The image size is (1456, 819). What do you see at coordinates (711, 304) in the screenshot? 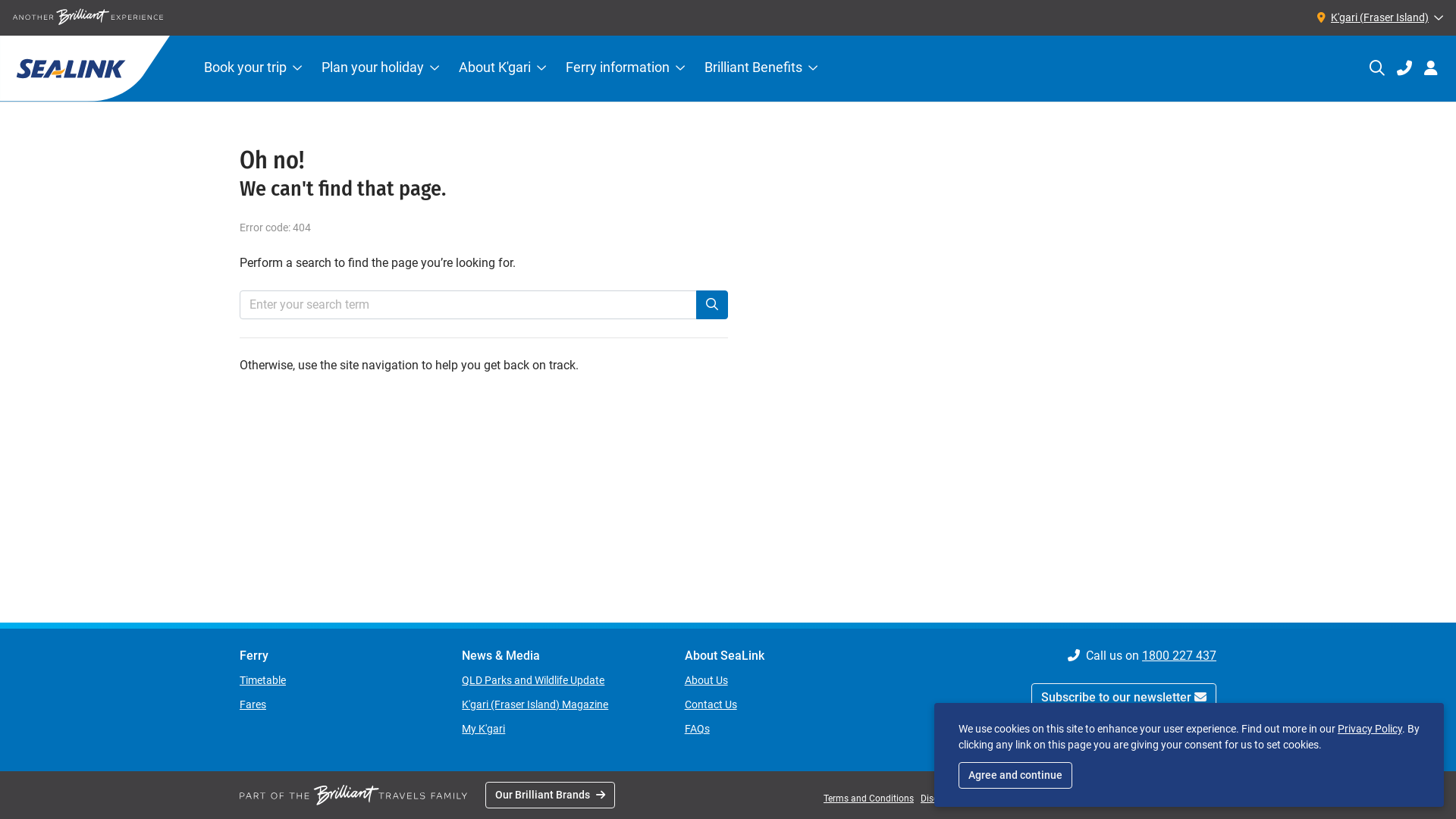
I see `'Search'` at bounding box center [711, 304].